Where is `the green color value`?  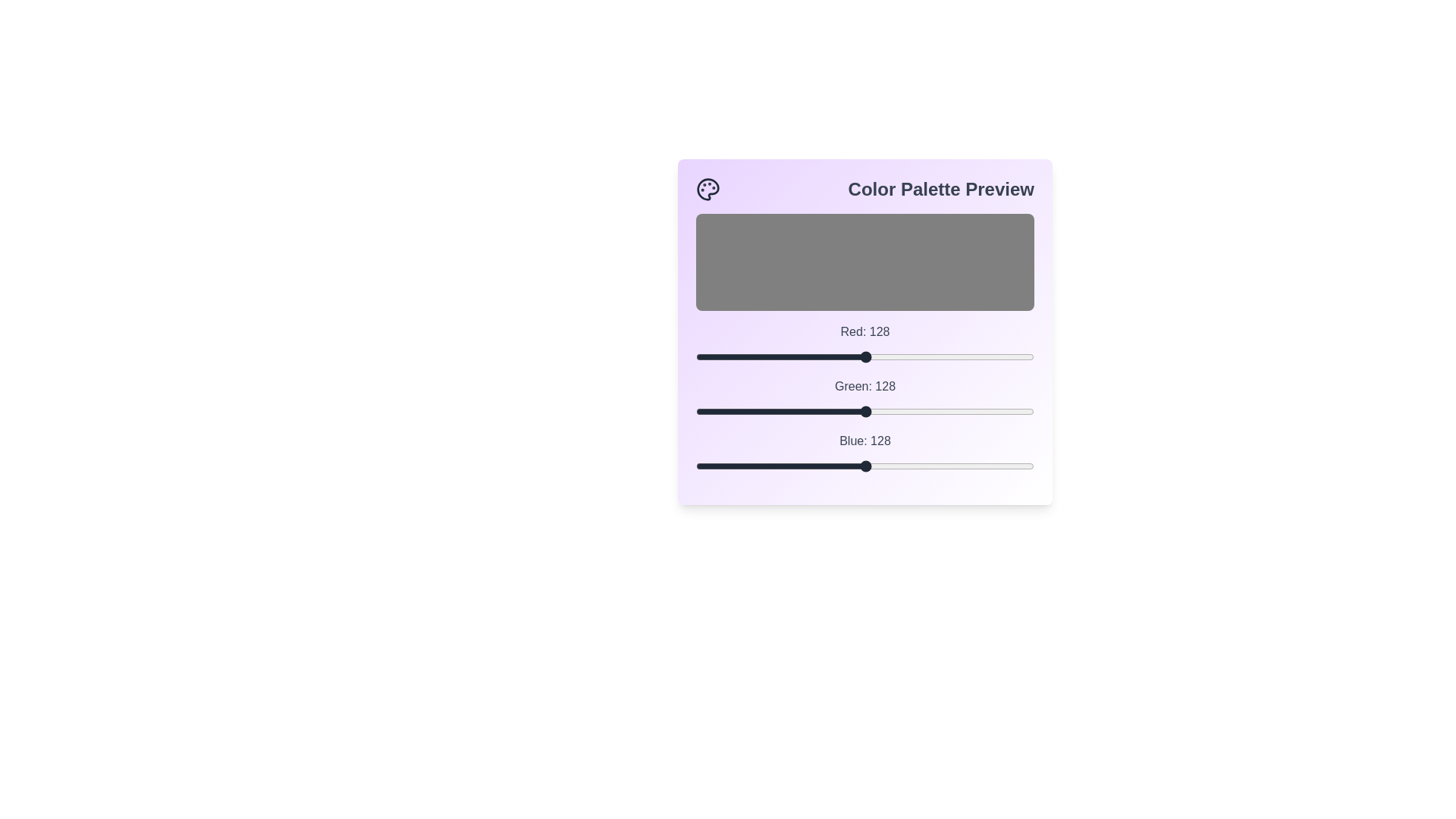
the green color value is located at coordinates (787, 412).